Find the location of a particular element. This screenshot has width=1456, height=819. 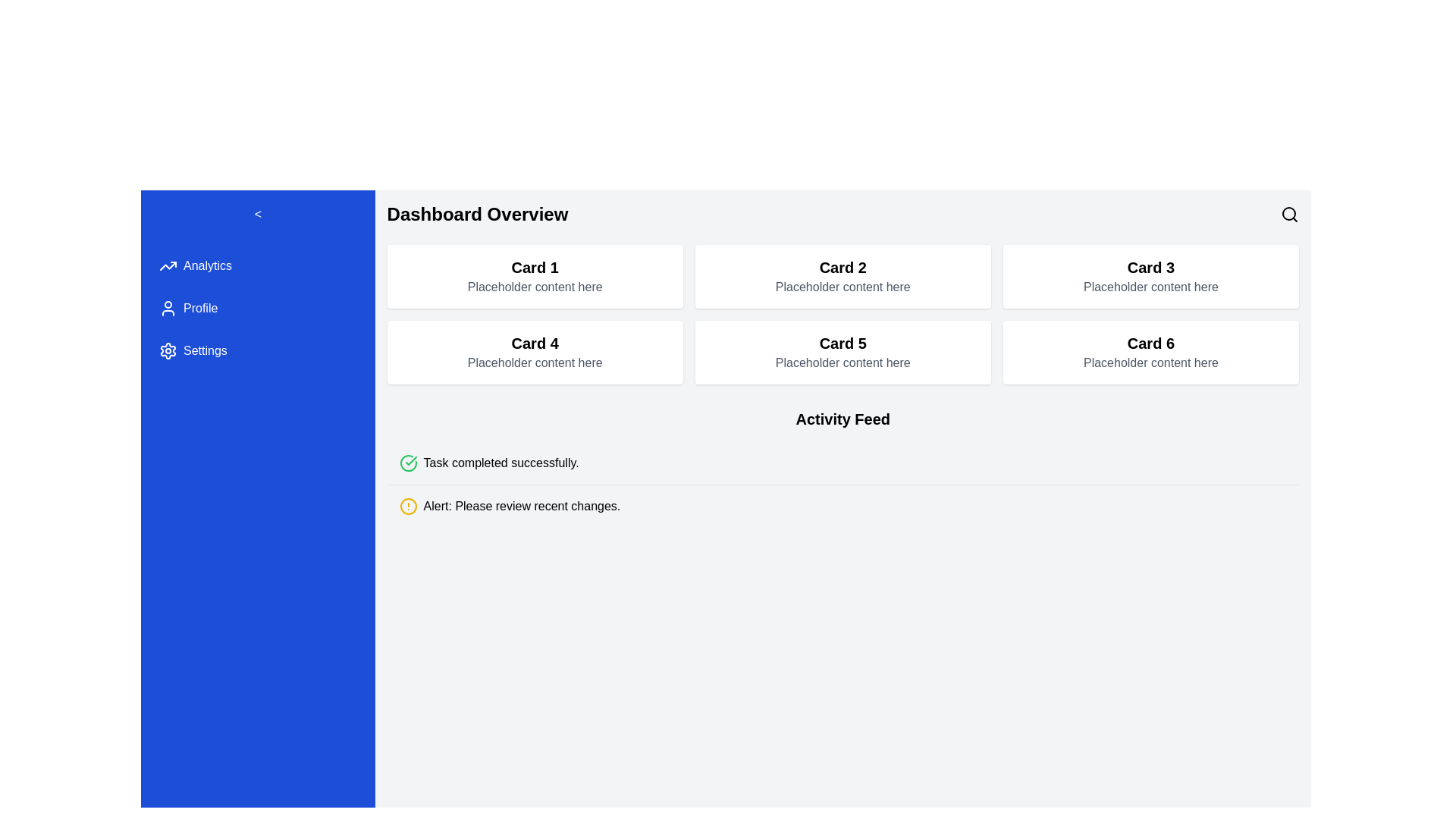

the 'Settings' icon located in the vertical navigation menu on the left-hand side of the interface is located at coordinates (168, 350).